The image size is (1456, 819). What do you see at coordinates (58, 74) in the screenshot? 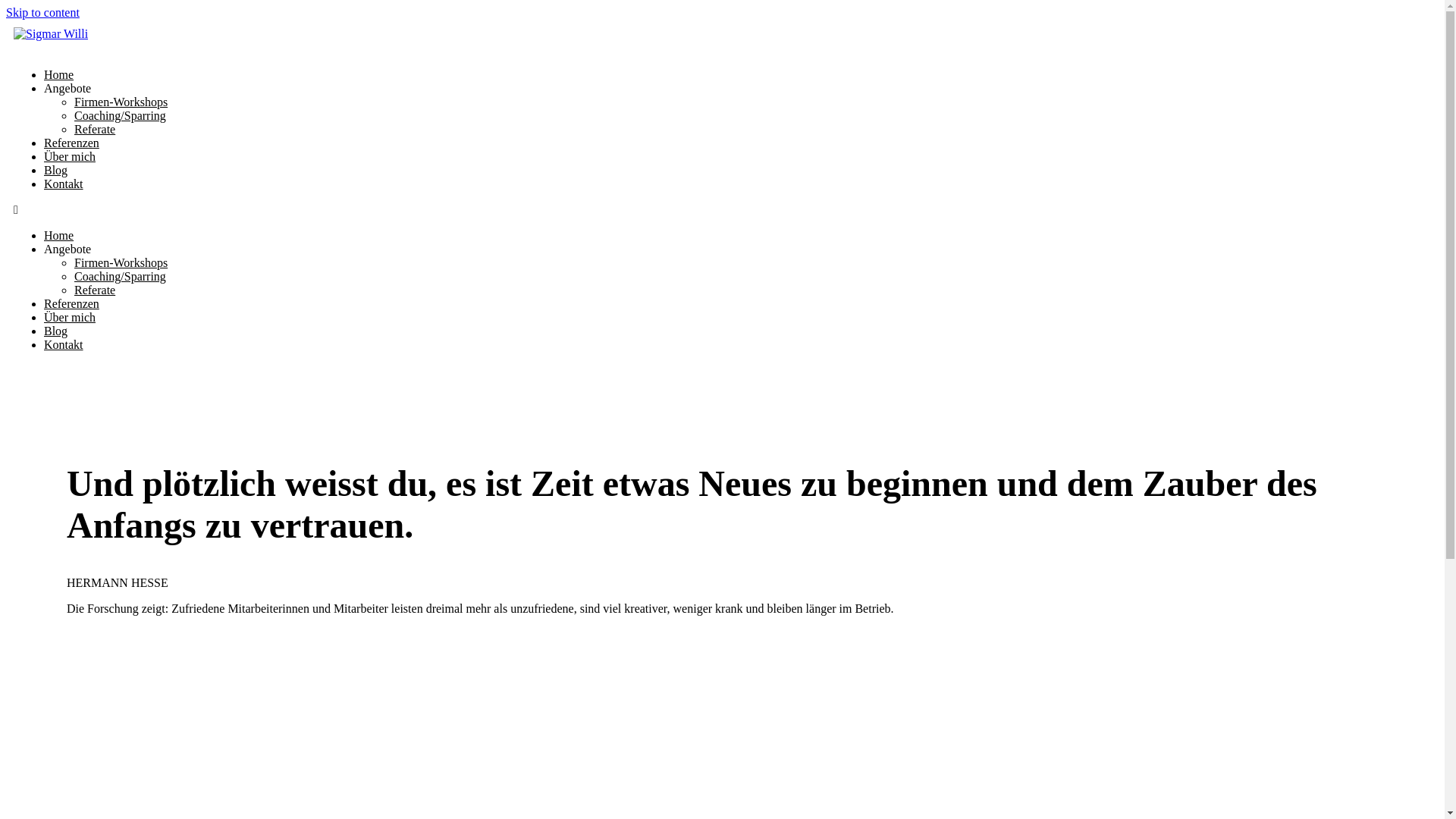
I see `'Home'` at bounding box center [58, 74].